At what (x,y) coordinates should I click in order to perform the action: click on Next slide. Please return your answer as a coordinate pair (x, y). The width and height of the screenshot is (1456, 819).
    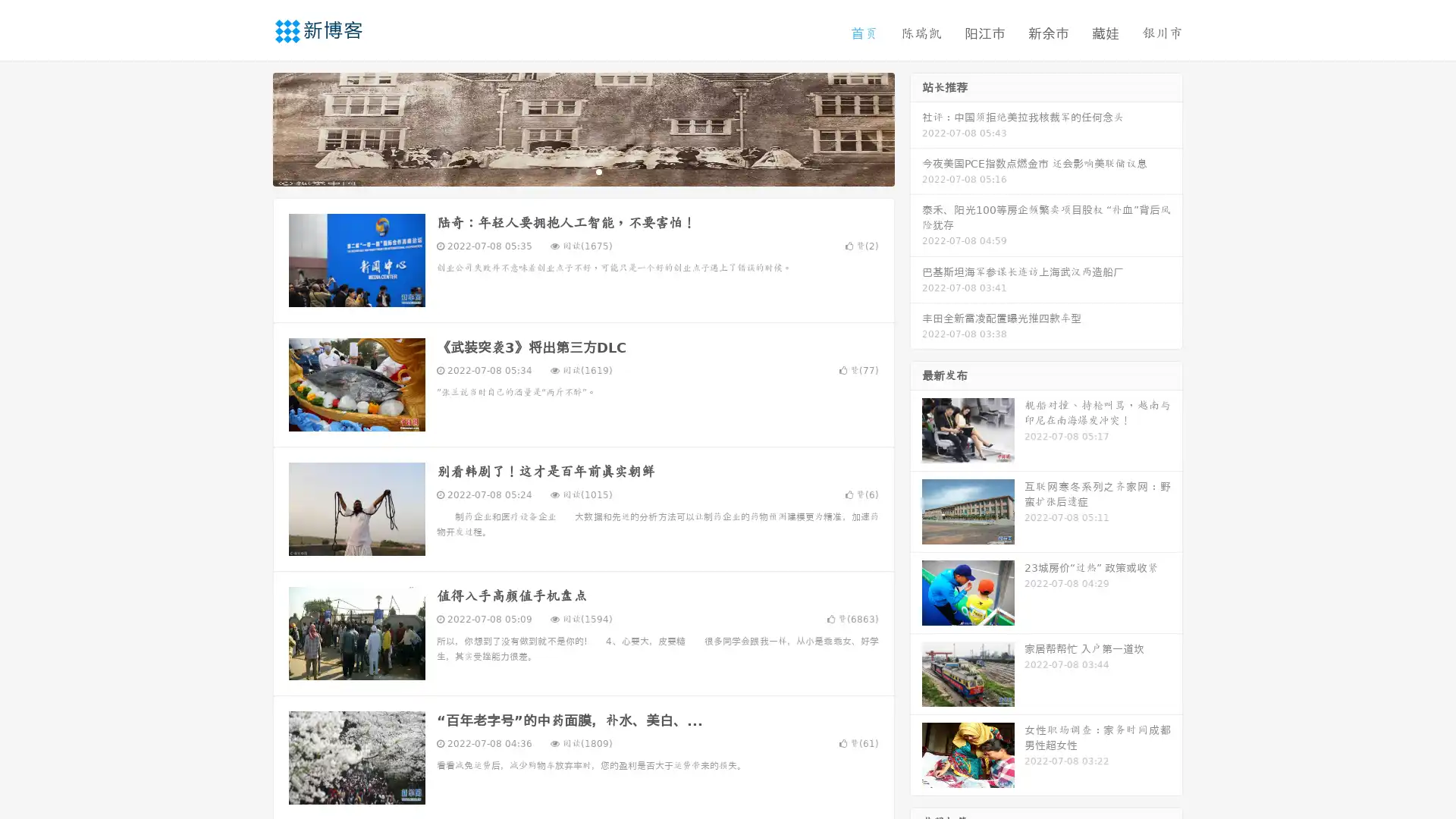
    Looking at the image, I should click on (916, 127).